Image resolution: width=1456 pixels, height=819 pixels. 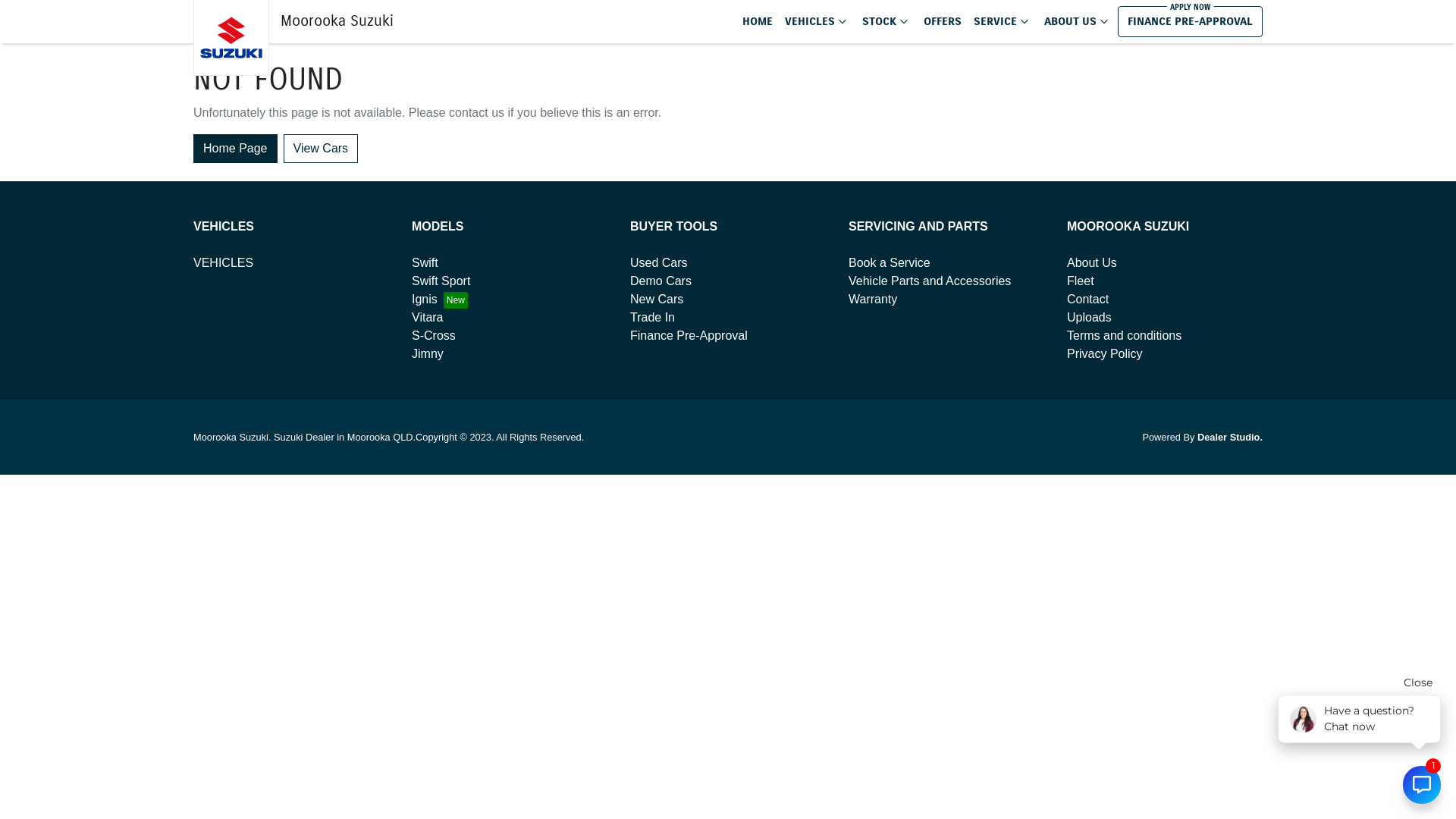 I want to click on 'Moorooka Suzuki', so click(x=293, y=20).